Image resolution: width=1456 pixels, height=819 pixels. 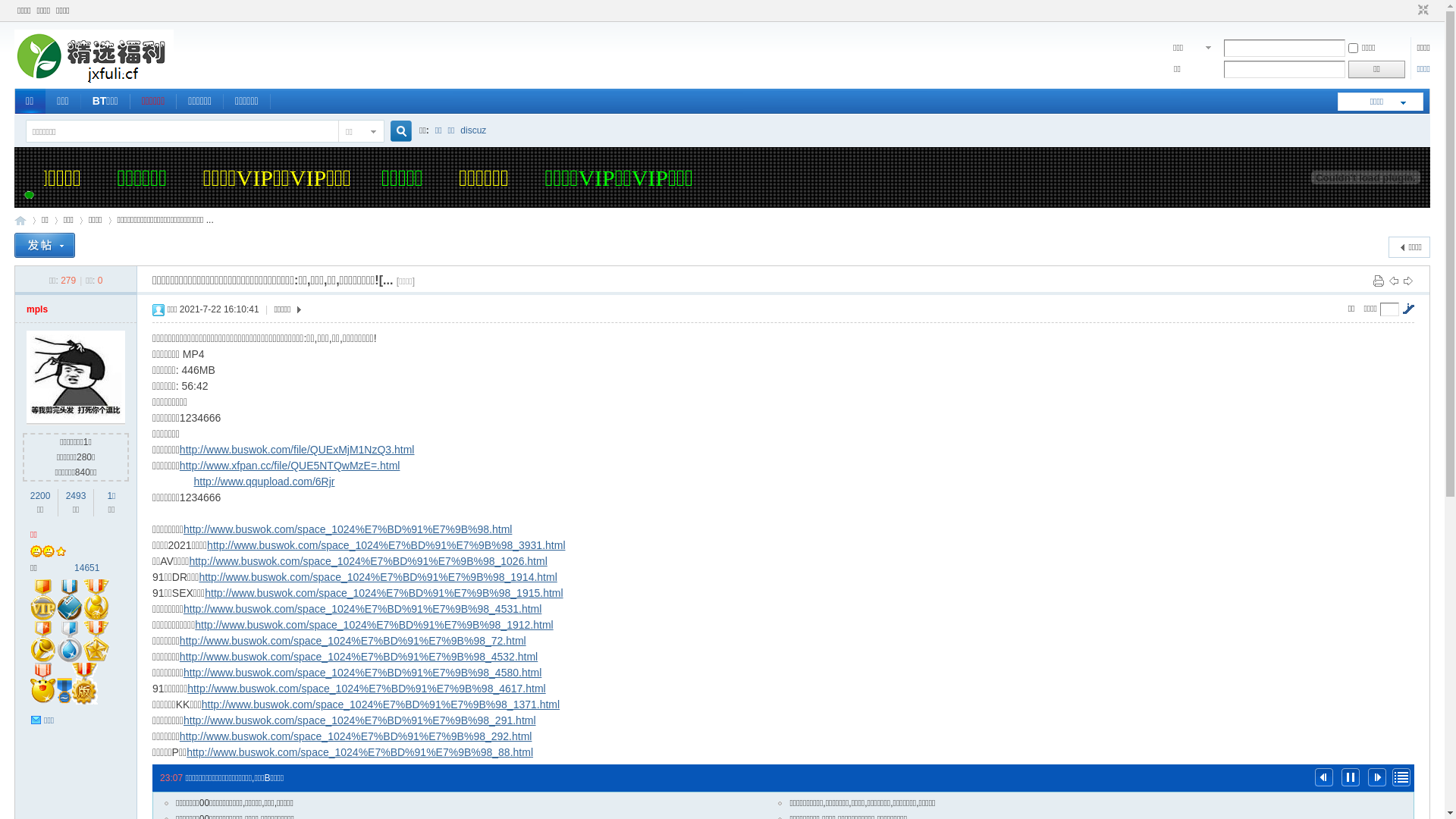 I want to click on 'http://www.buswok.com/space_1024%E7%BD%91%E7%9B%98_4532.html', so click(x=358, y=656).